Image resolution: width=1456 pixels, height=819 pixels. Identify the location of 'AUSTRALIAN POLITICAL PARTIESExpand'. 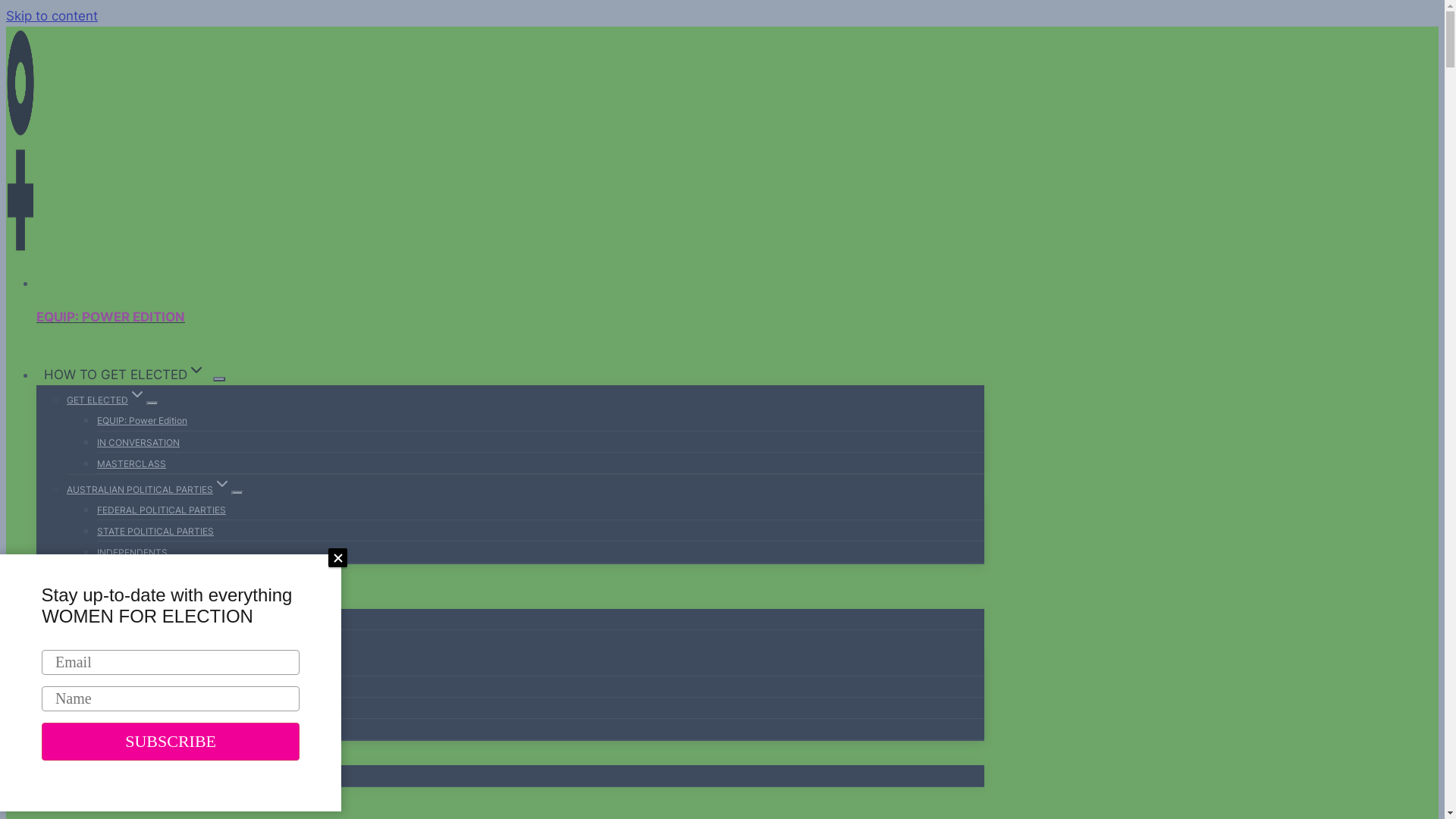
(149, 489).